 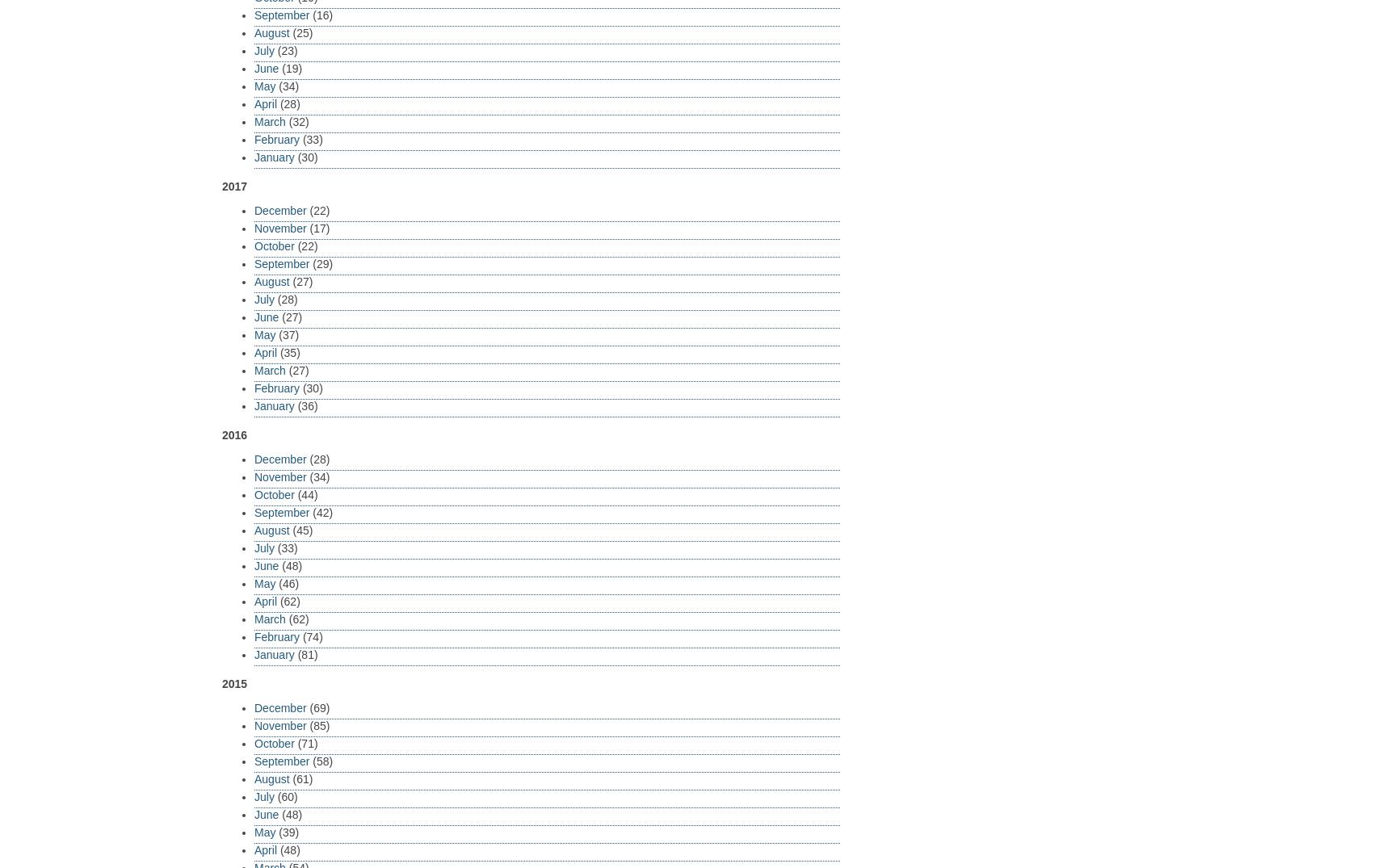 I want to click on '(39)', so click(x=286, y=831).